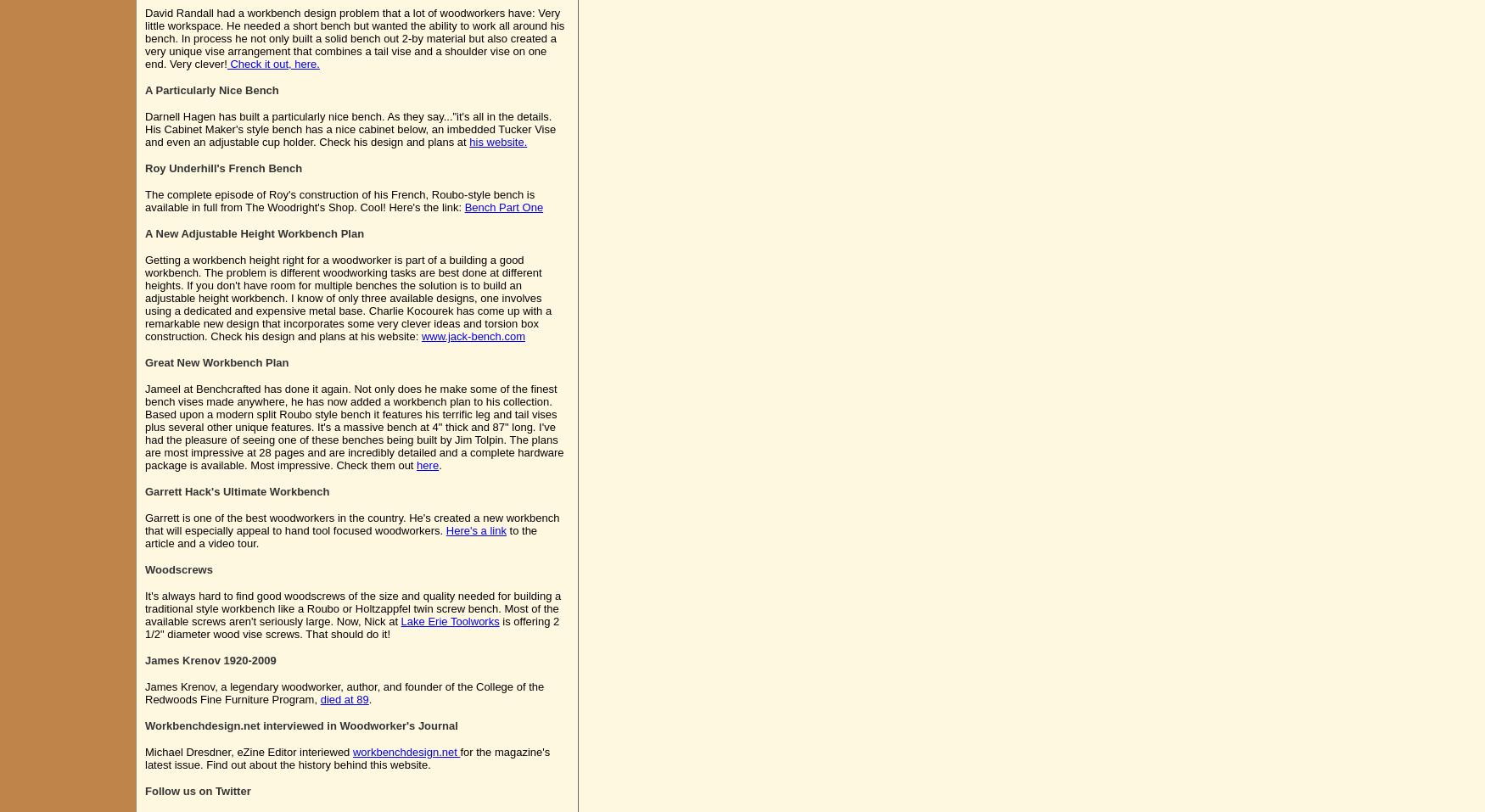 This screenshot has height=812, width=1485. Describe the element at coordinates (472, 335) in the screenshot. I see `'www.jack-bench.com'` at that location.